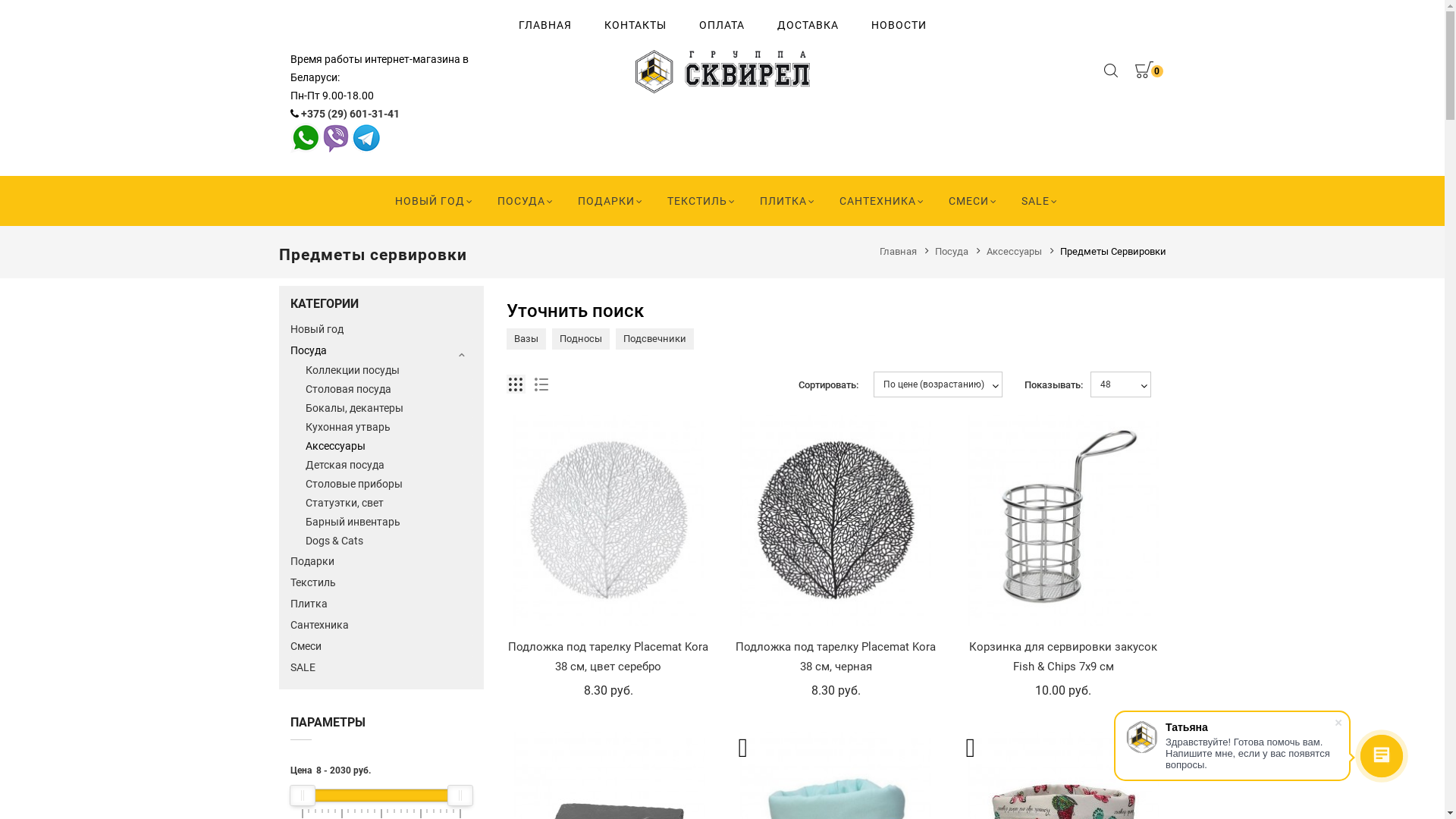  I want to click on '0', so click(1143, 72).